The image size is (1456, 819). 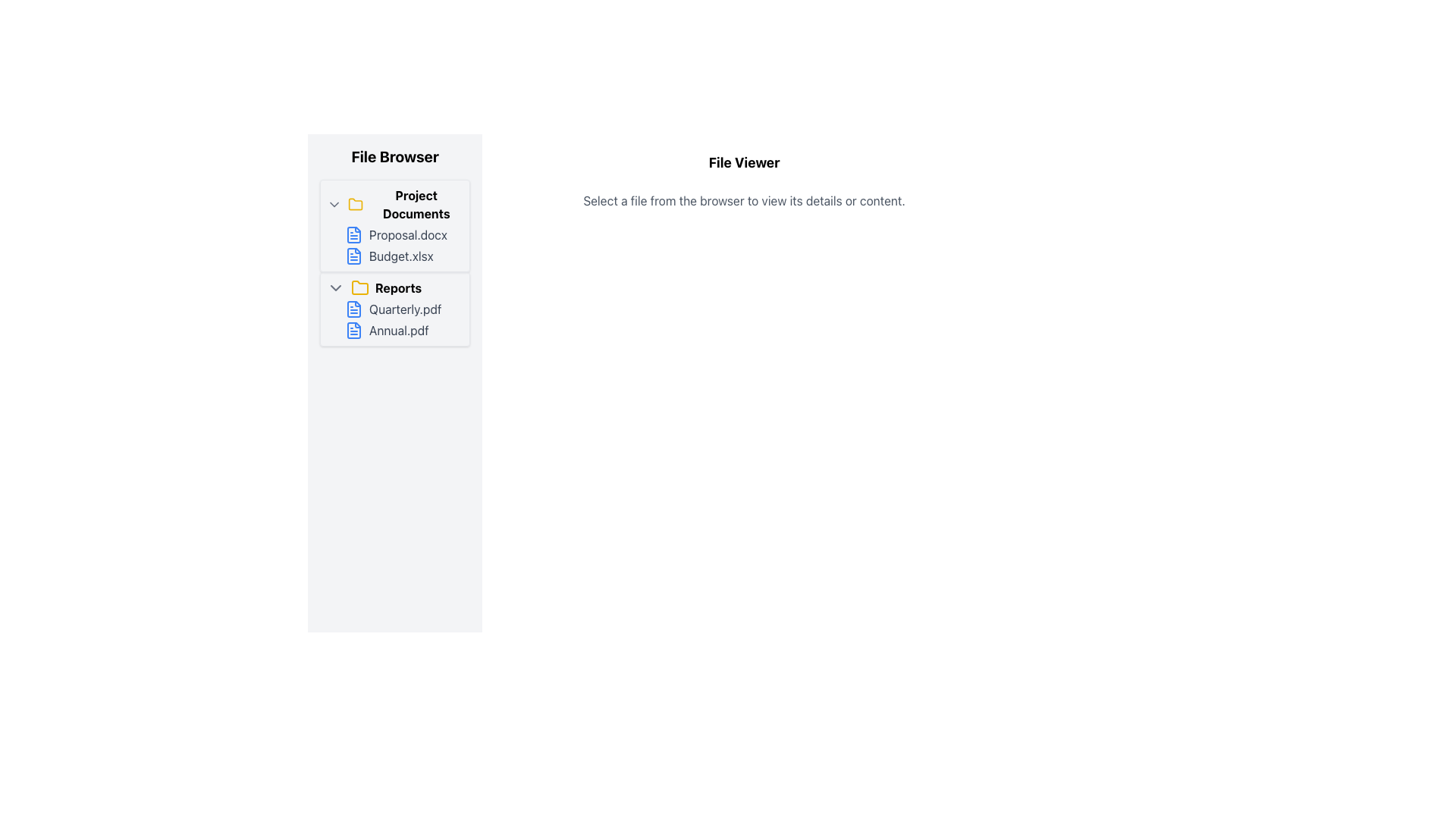 What do you see at coordinates (353, 256) in the screenshot?
I see `the file icon representing 'Budget.xlsx'` at bounding box center [353, 256].